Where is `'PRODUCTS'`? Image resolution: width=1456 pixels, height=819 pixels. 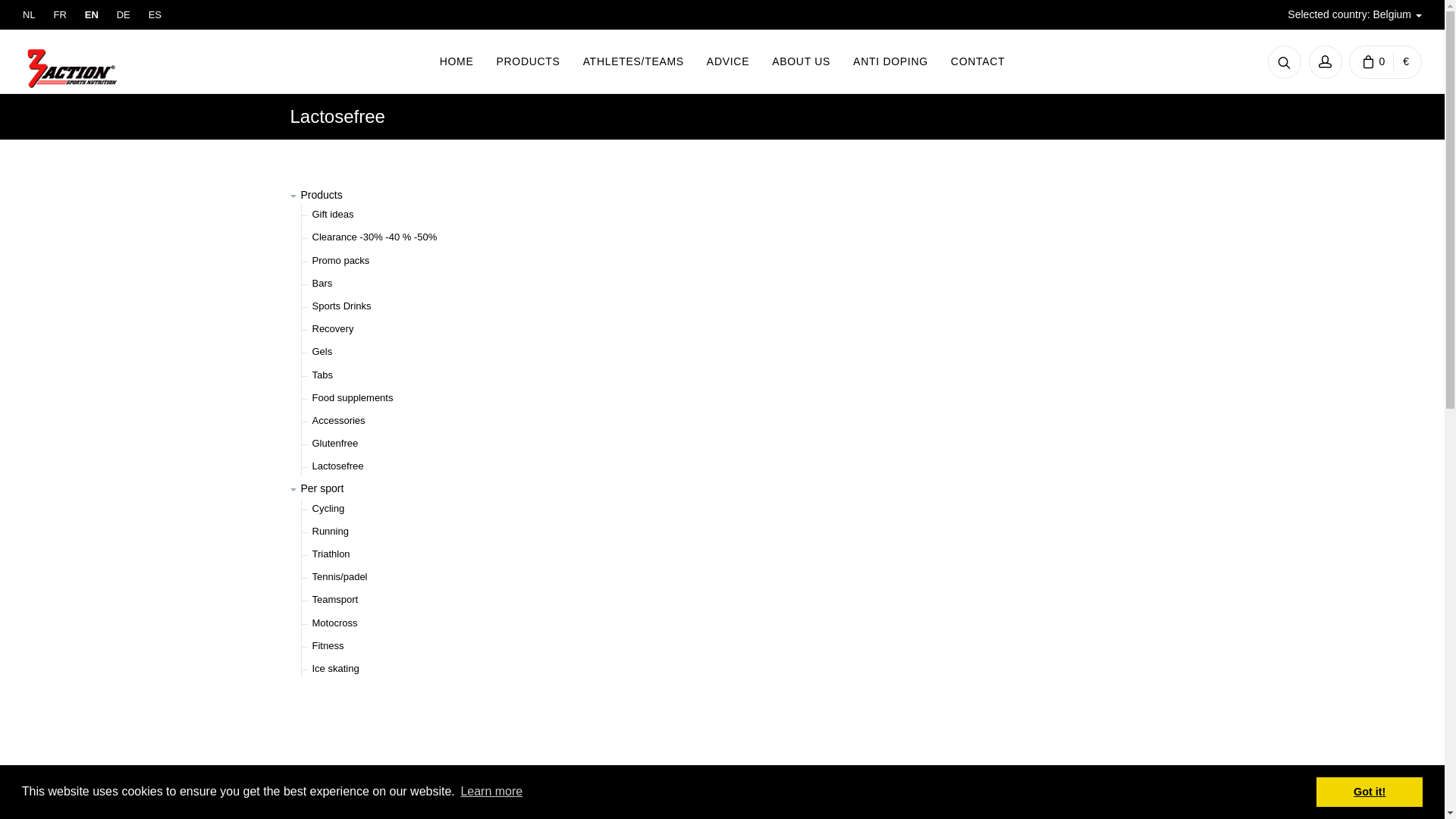 'PRODUCTS' is located at coordinates (528, 61).